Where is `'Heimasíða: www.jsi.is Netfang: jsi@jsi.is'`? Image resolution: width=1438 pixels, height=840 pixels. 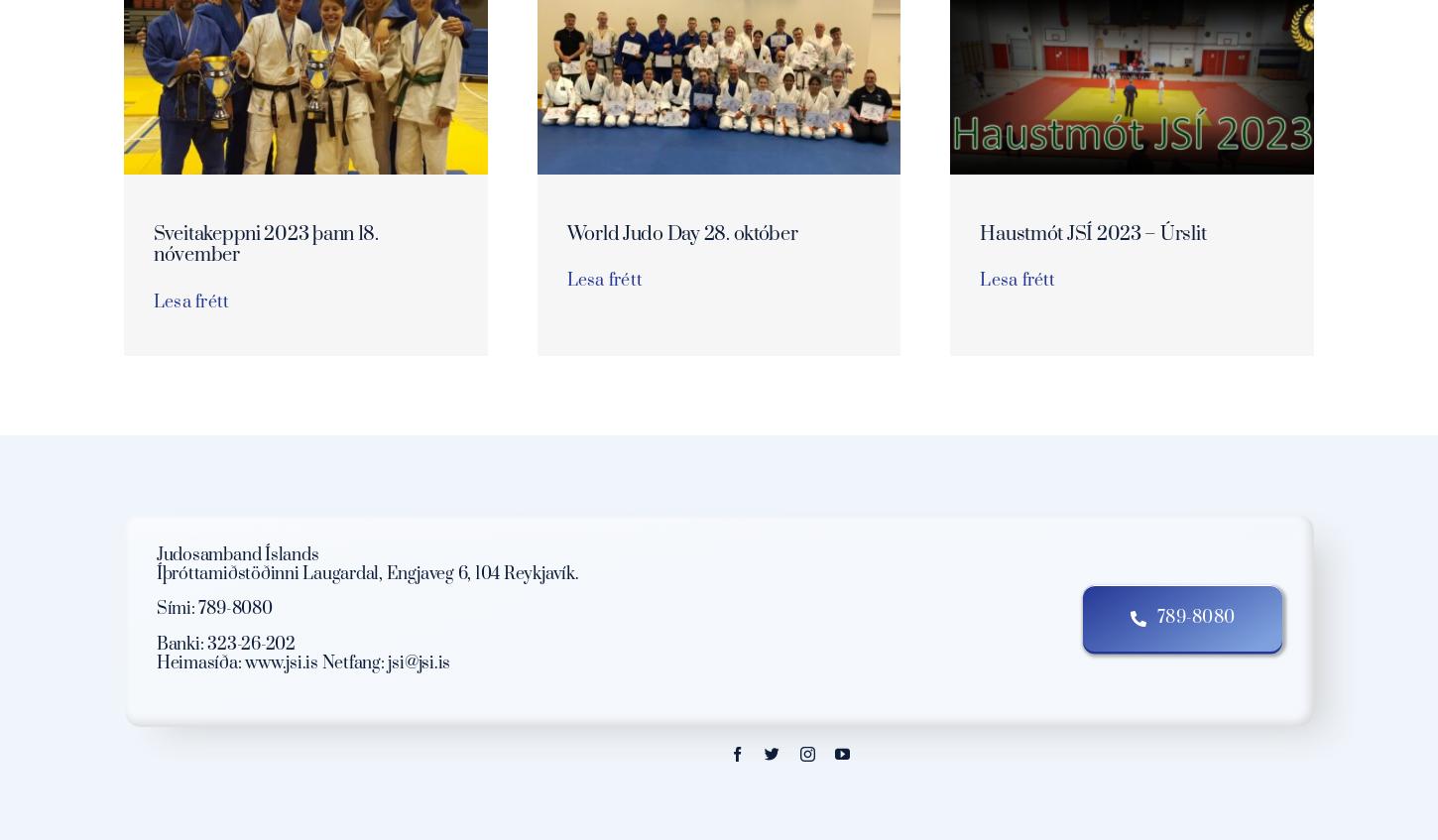
'Heimasíða: www.jsi.is Netfang: jsi@jsi.is' is located at coordinates (302, 662).